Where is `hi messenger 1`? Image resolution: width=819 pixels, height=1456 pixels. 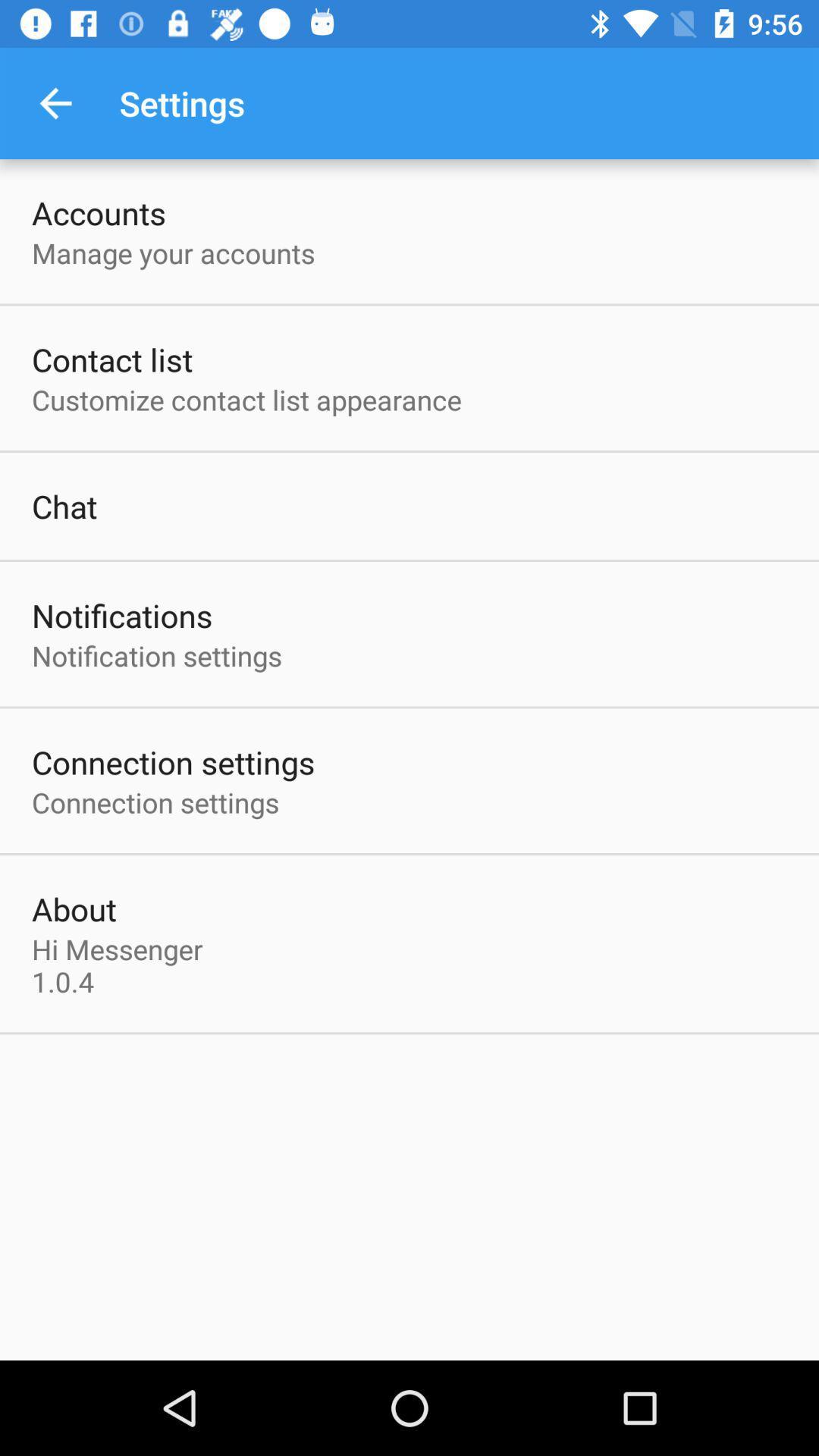 hi messenger 1 is located at coordinates (121, 965).